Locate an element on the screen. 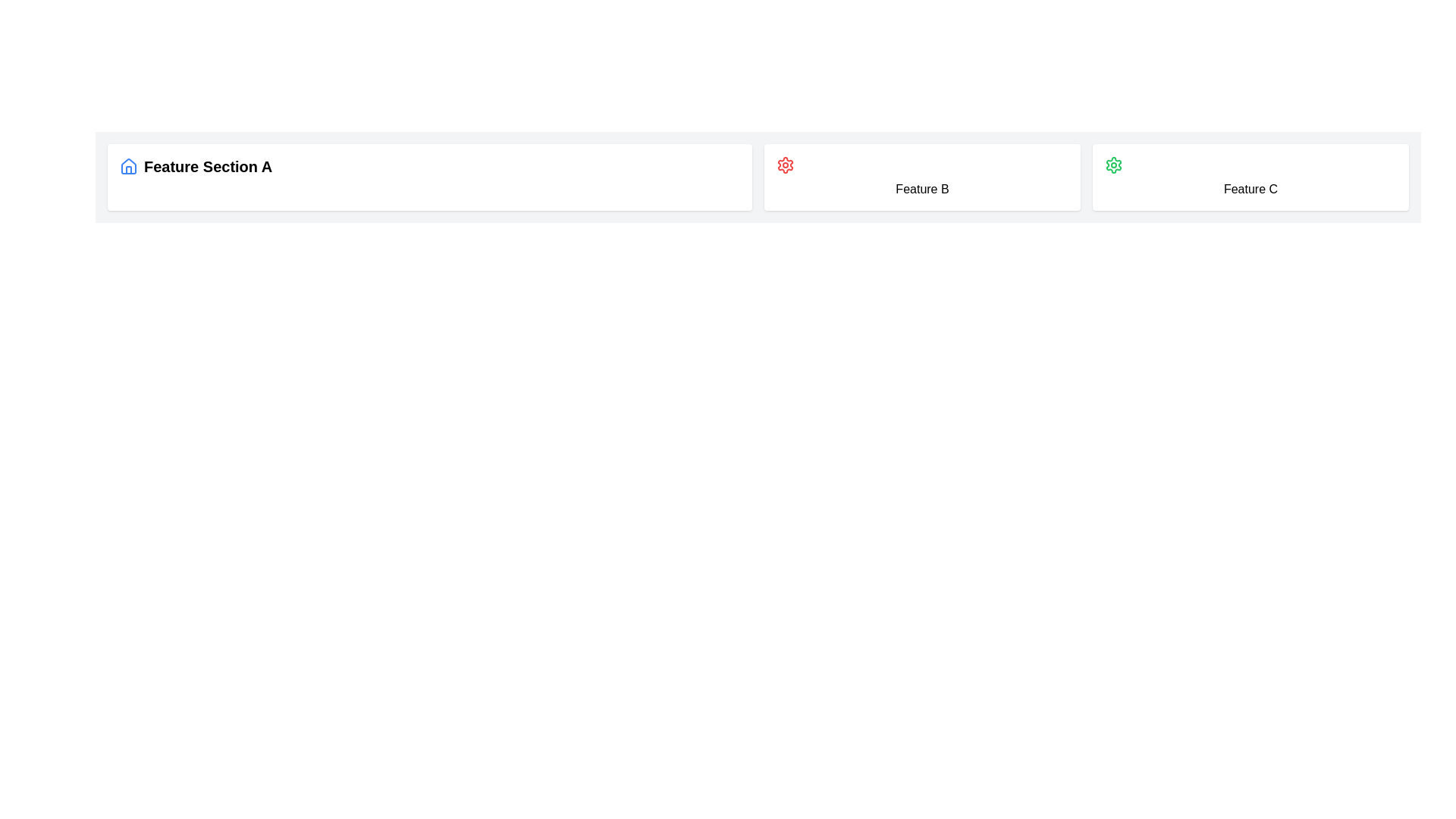 The width and height of the screenshot is (1456, 819). the blue house-shaped icon with a stroke outline, located adjacent to the text 'Feature Section A' is located at coordinates (128, 166).